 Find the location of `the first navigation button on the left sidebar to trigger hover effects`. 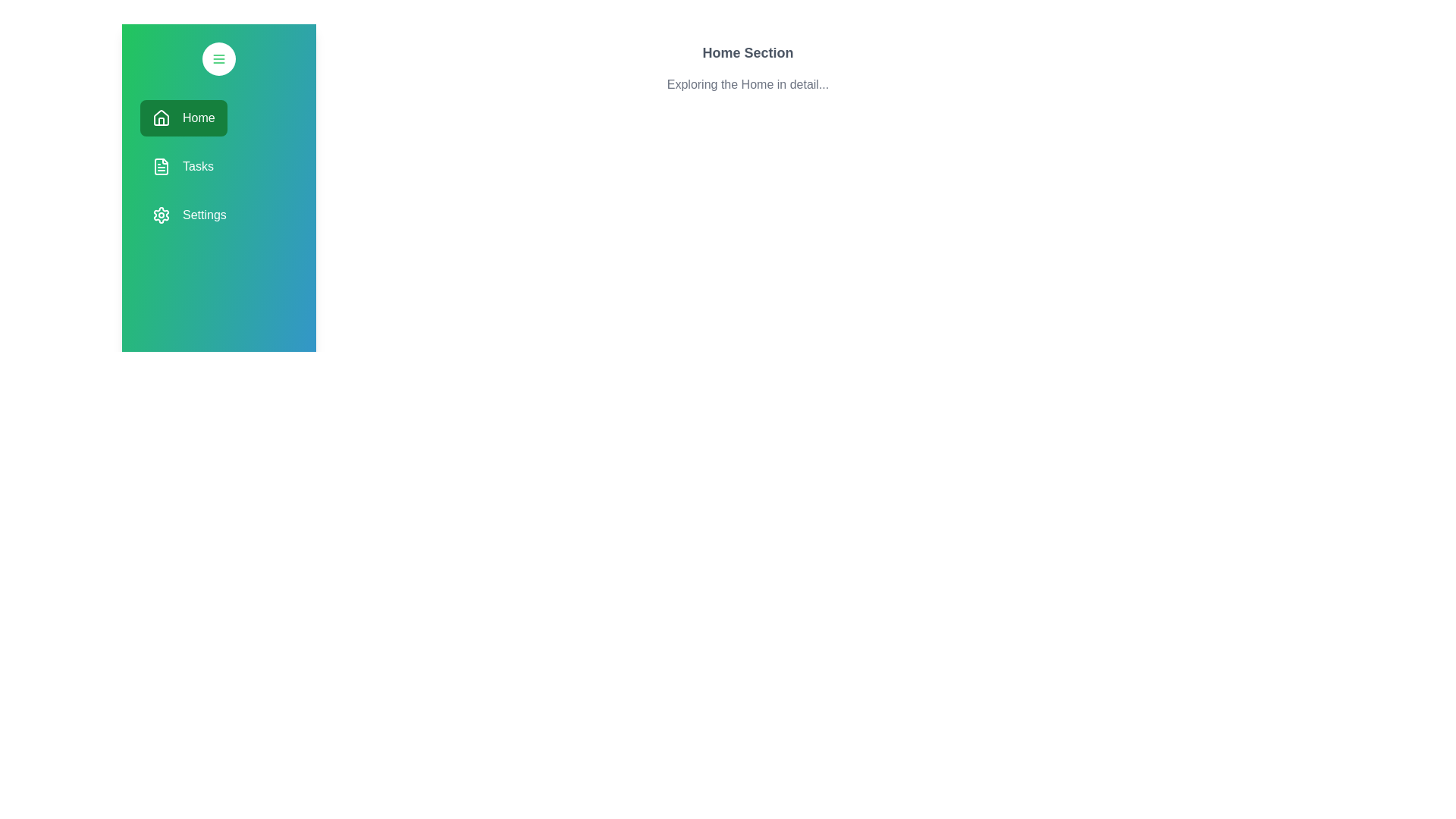

the first navigation button on the left sidebar to trigger hover effects is located at coordinates (183, 117).